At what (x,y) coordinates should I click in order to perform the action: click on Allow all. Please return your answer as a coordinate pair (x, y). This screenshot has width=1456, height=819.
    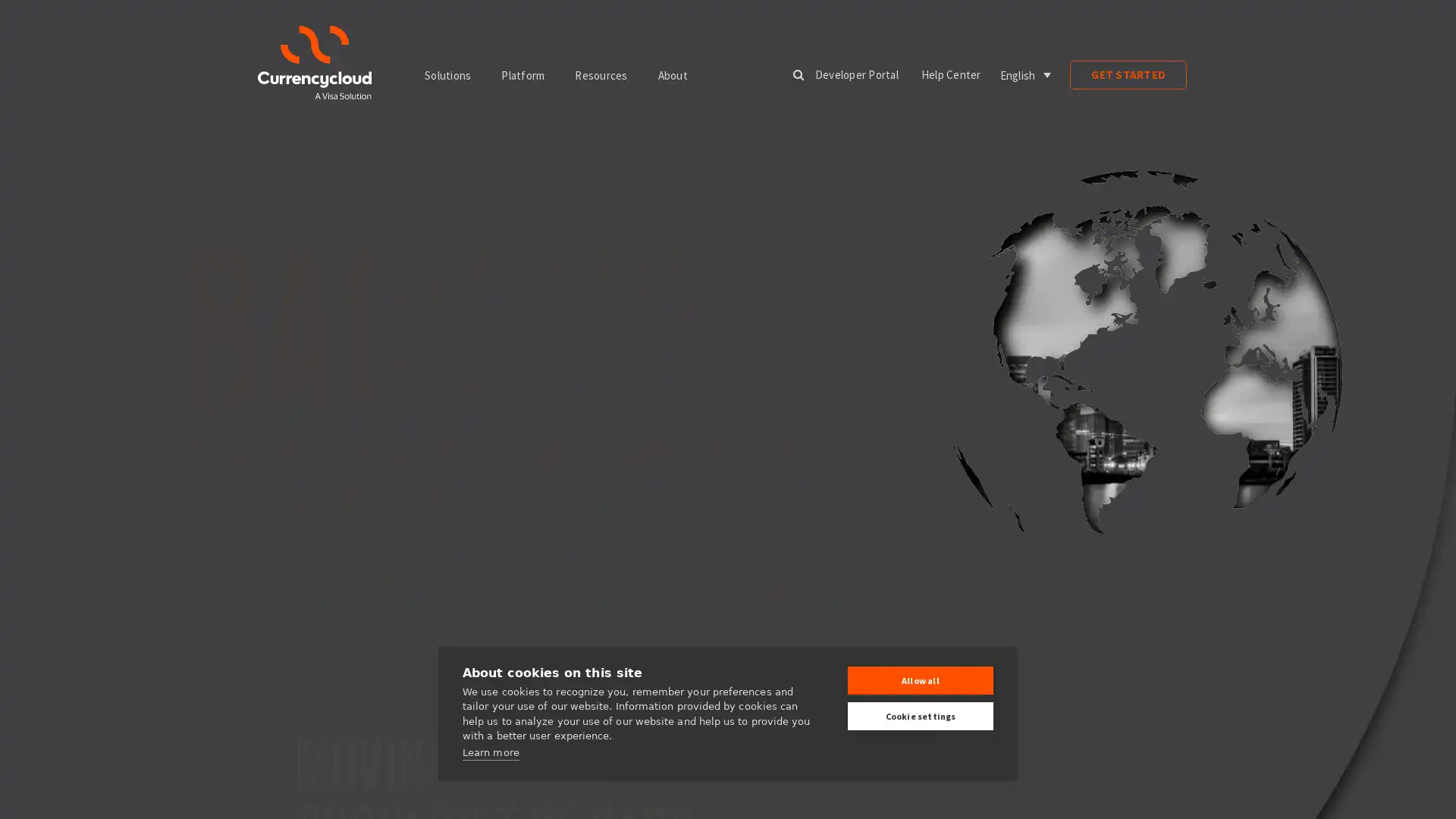
    Looking at the image, I should click on (920, 679).